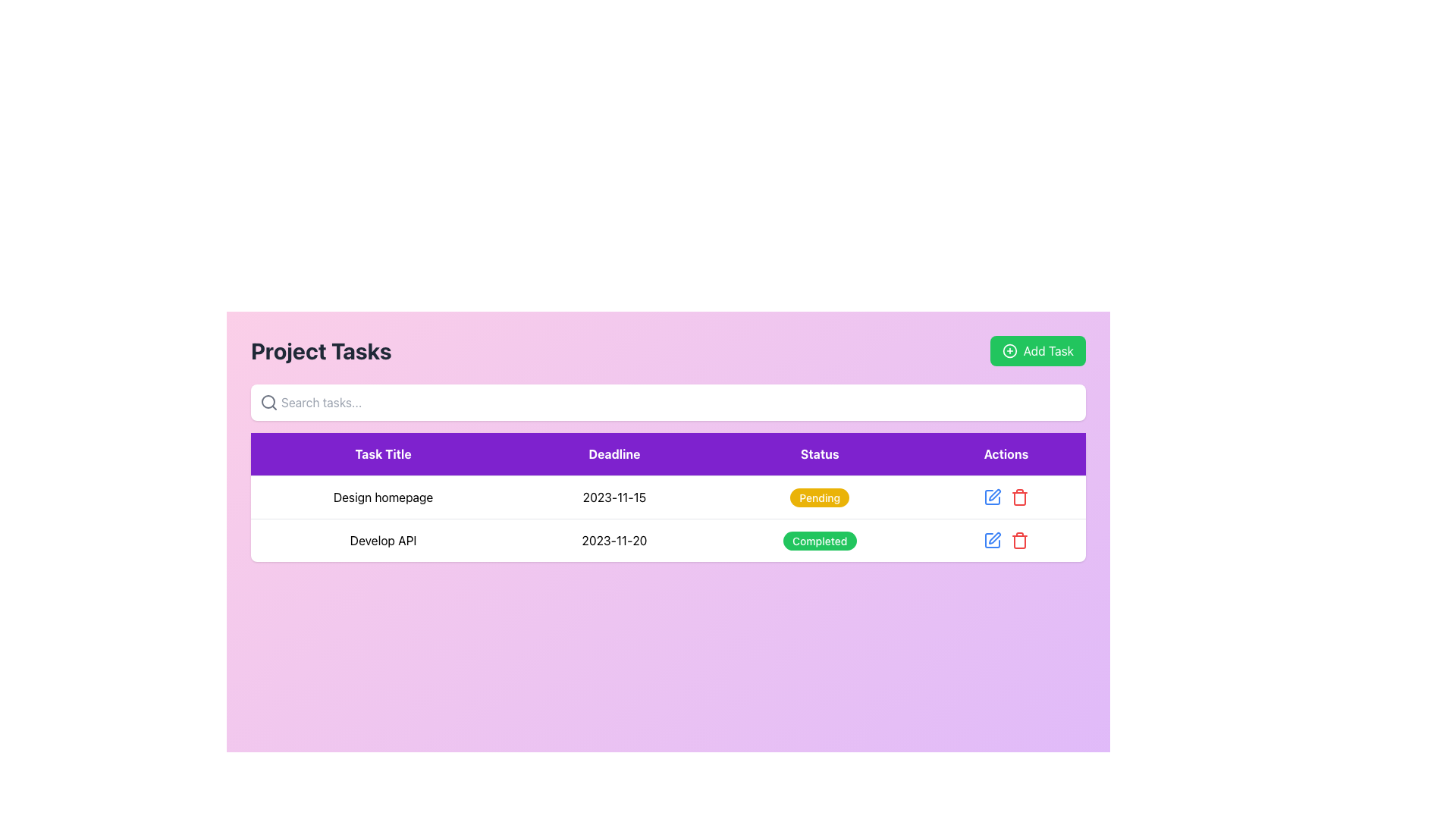 The width and height of the screenshot is (1456, 819). I want to click on the text label displaying 'Develop API' in the task table's 'Task Title' column, which is centrally aligned and organized within the second row of the table, so click(383, 539).